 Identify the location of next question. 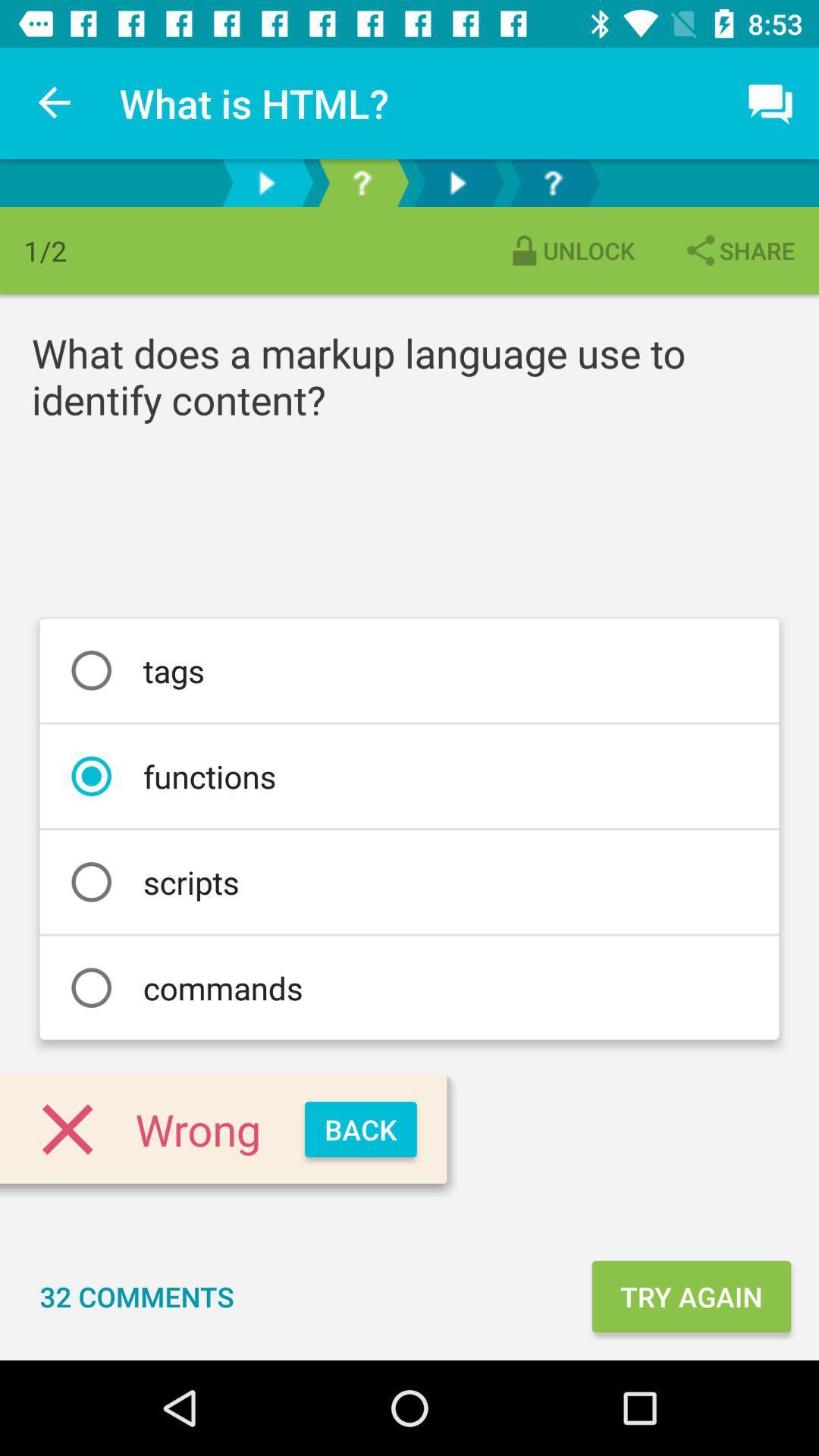
(553, 182).